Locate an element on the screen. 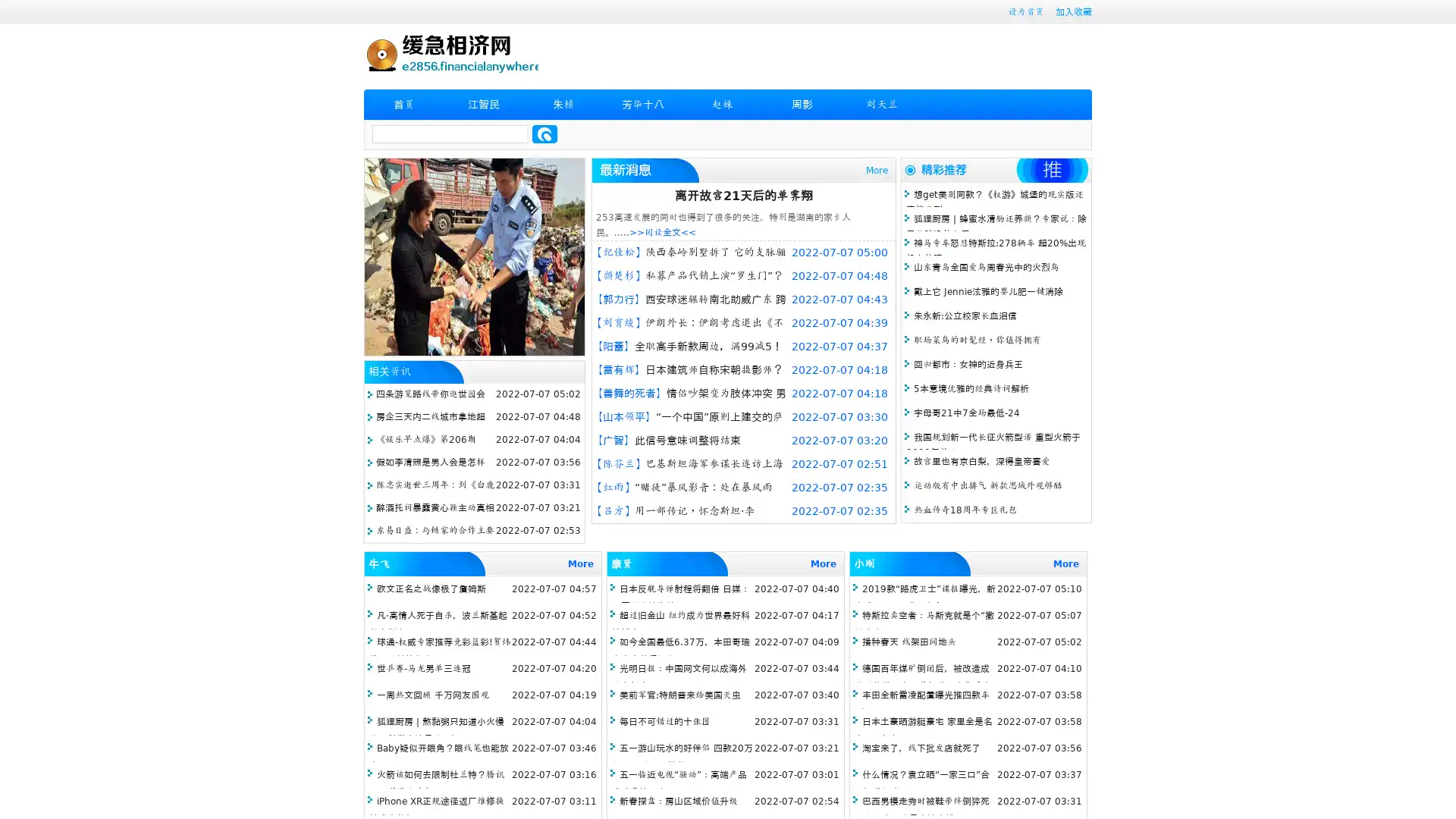  Search is located at coordinates (544, 133).